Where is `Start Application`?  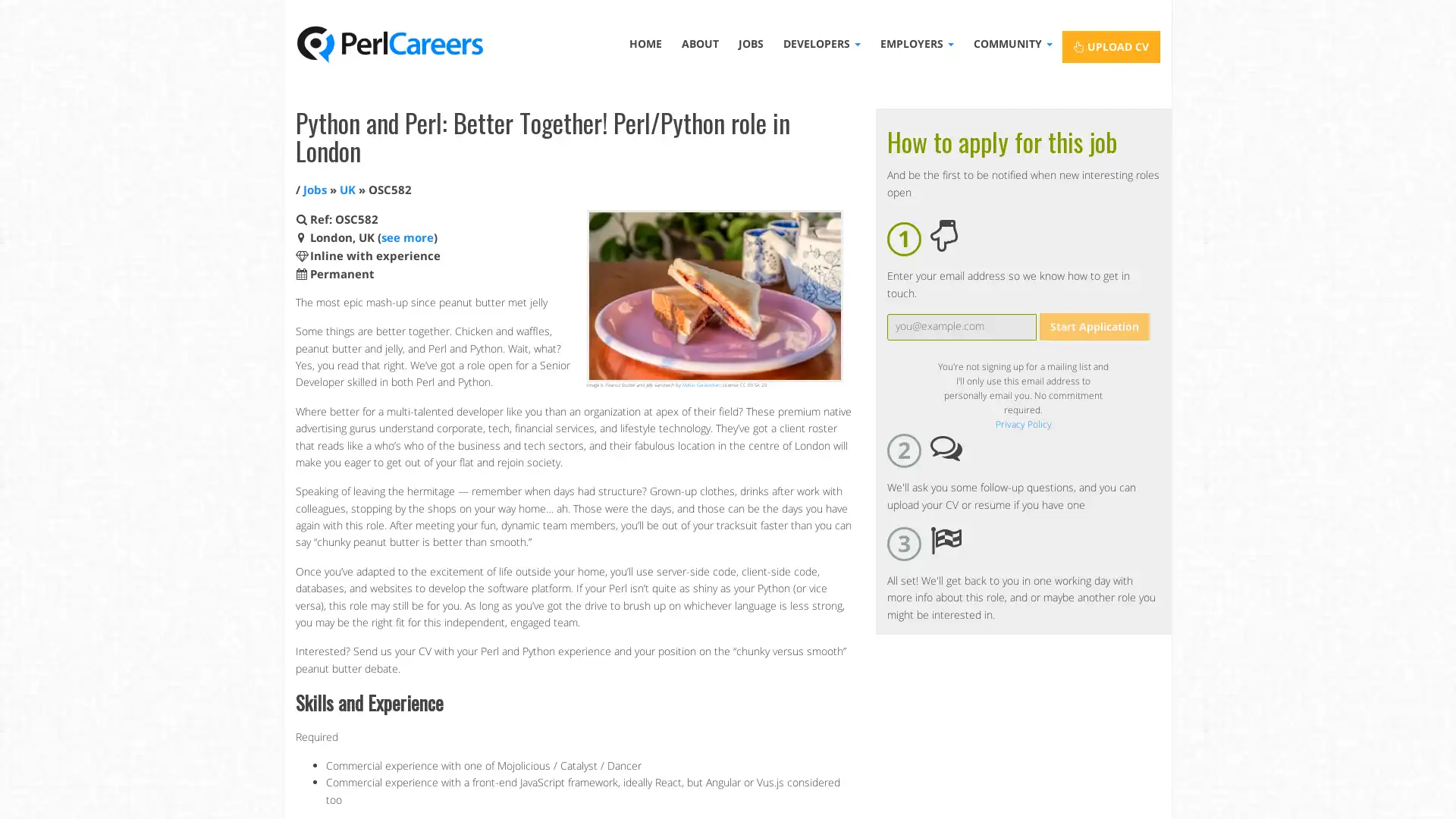
Start Application is located at coordinates (1094, 325).